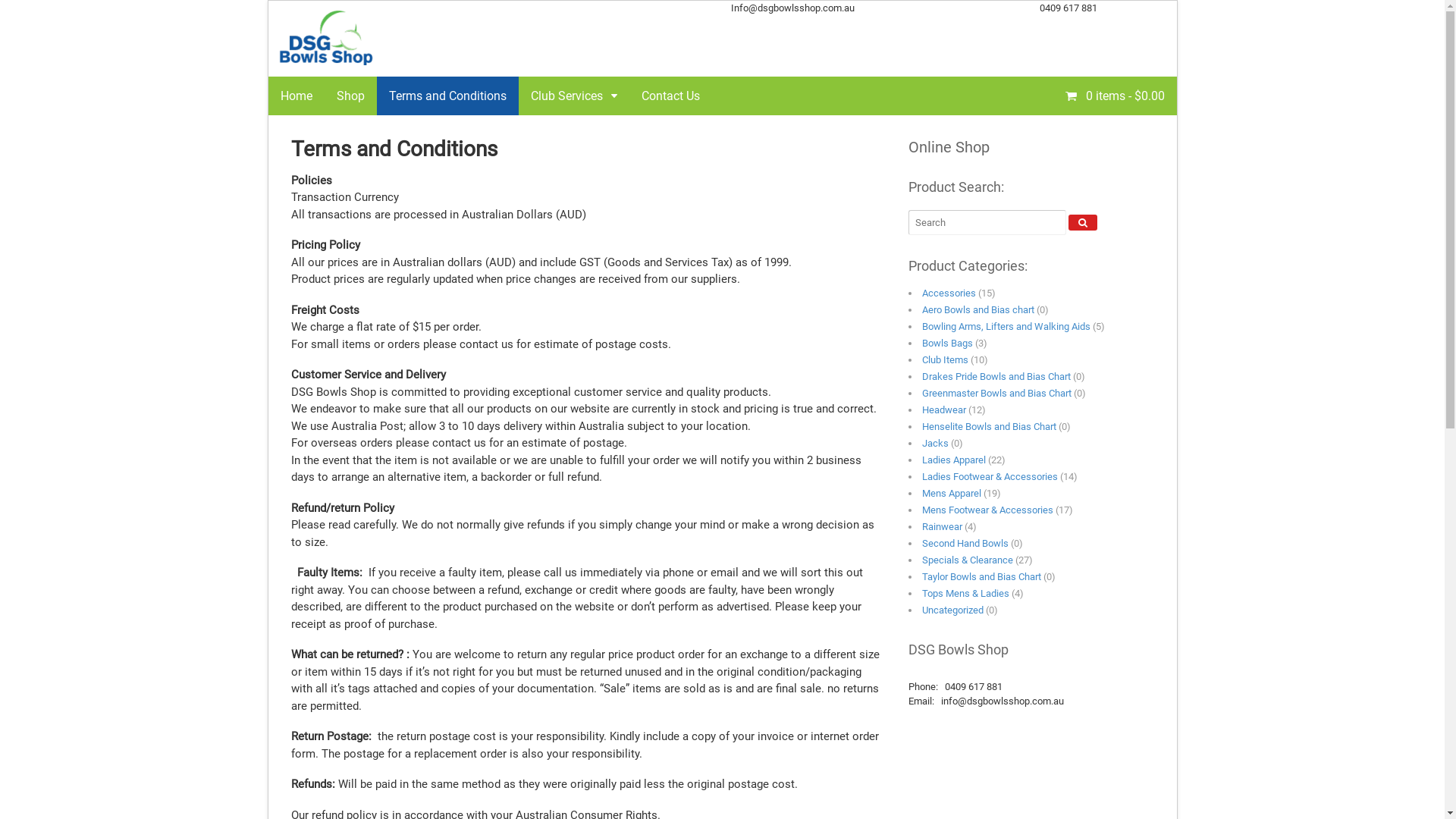 This screenshot has height=819, width=1456. I want to click on 'Second Hand Bowls', so click(964, 542).